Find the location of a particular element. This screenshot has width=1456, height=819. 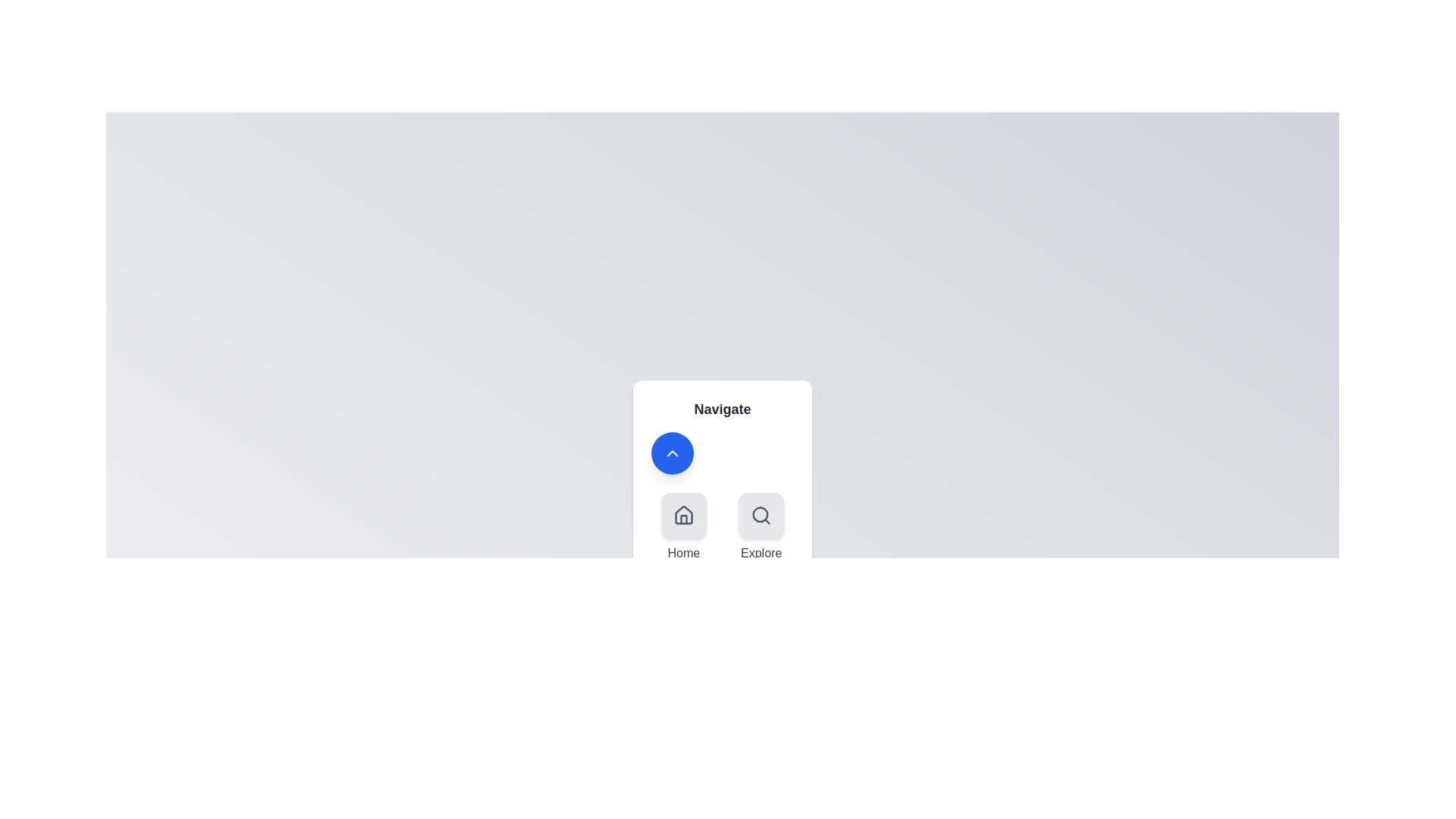

blue circular button to toggle the speed dial menu is located at coordinates (671, 452).